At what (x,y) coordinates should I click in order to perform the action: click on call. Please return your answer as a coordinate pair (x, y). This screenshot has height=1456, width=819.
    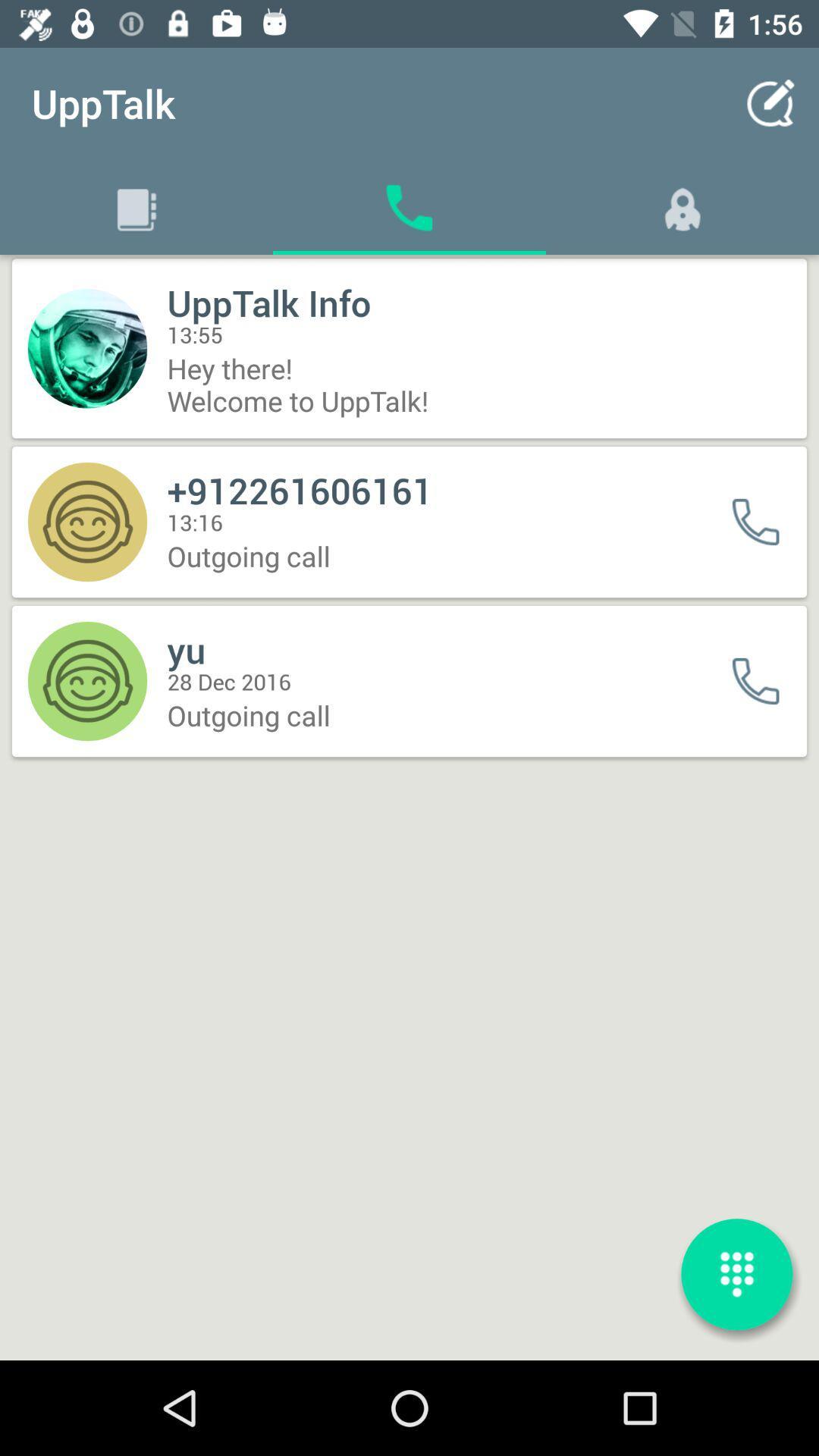
    Looking at the image, I should click on (765, 522).